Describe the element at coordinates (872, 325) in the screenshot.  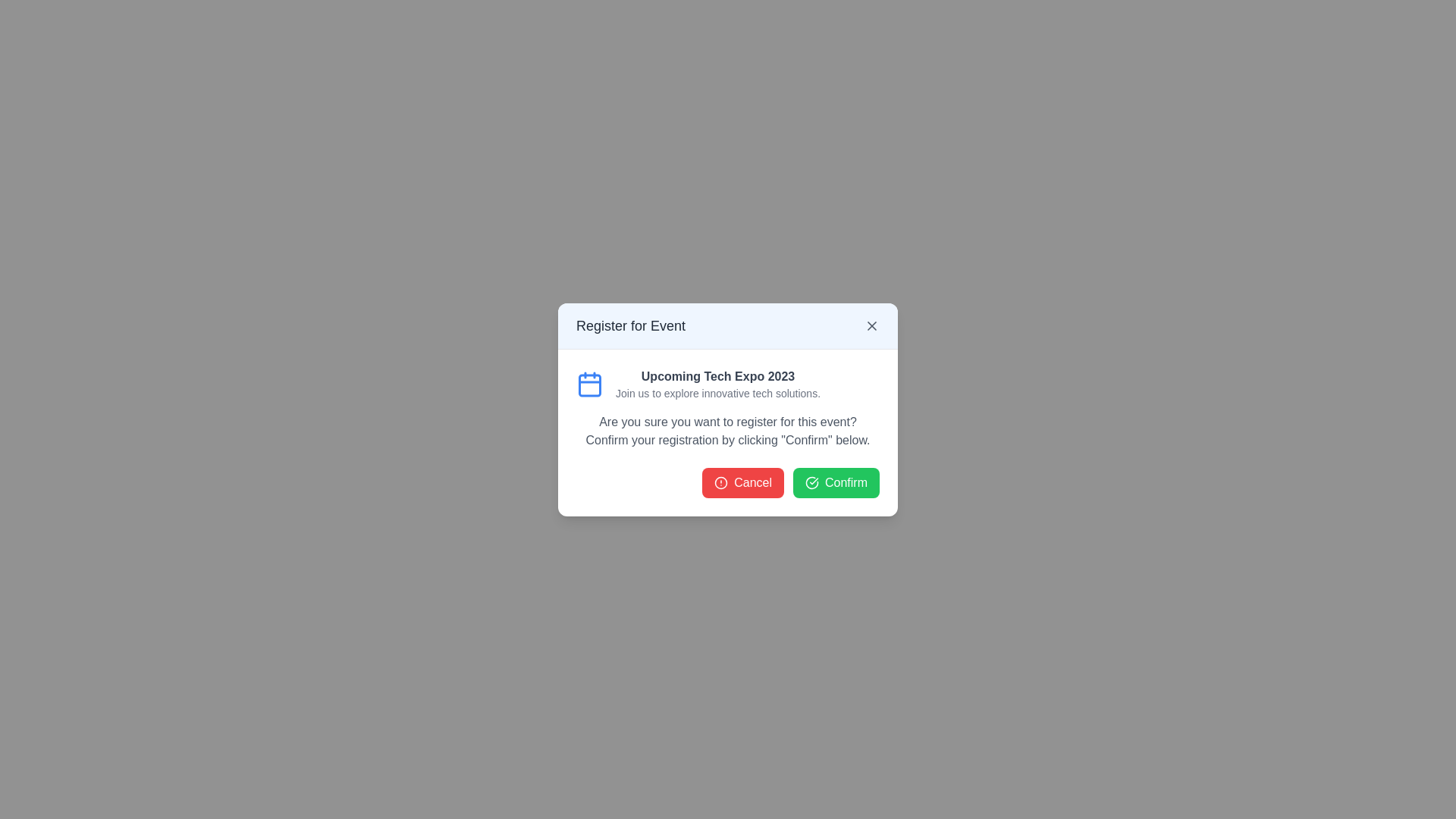
I see `the Close Button icon located at the top-right corner of the 'Register for Event' modal` at that location.